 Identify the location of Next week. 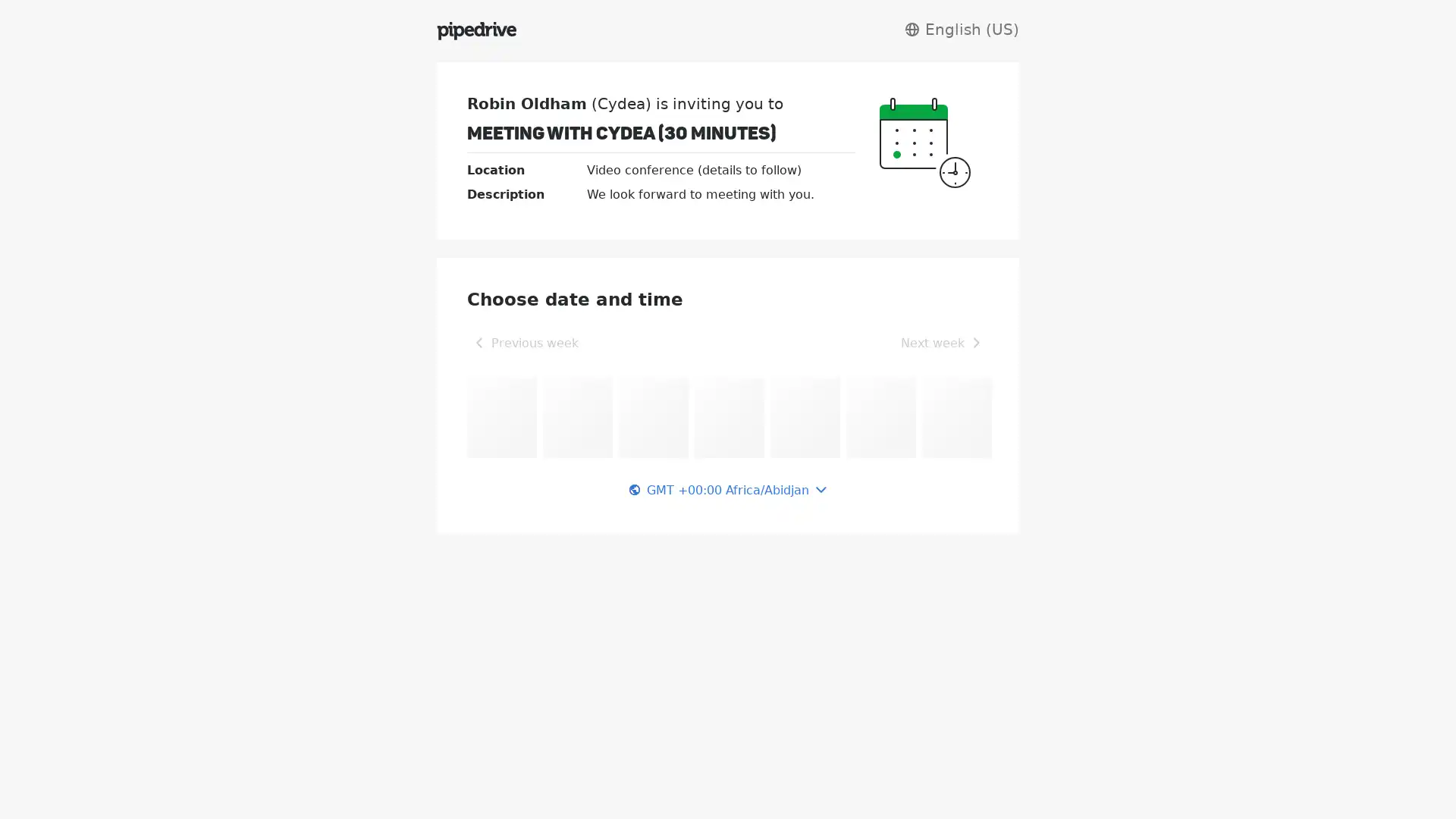
(941, 342).